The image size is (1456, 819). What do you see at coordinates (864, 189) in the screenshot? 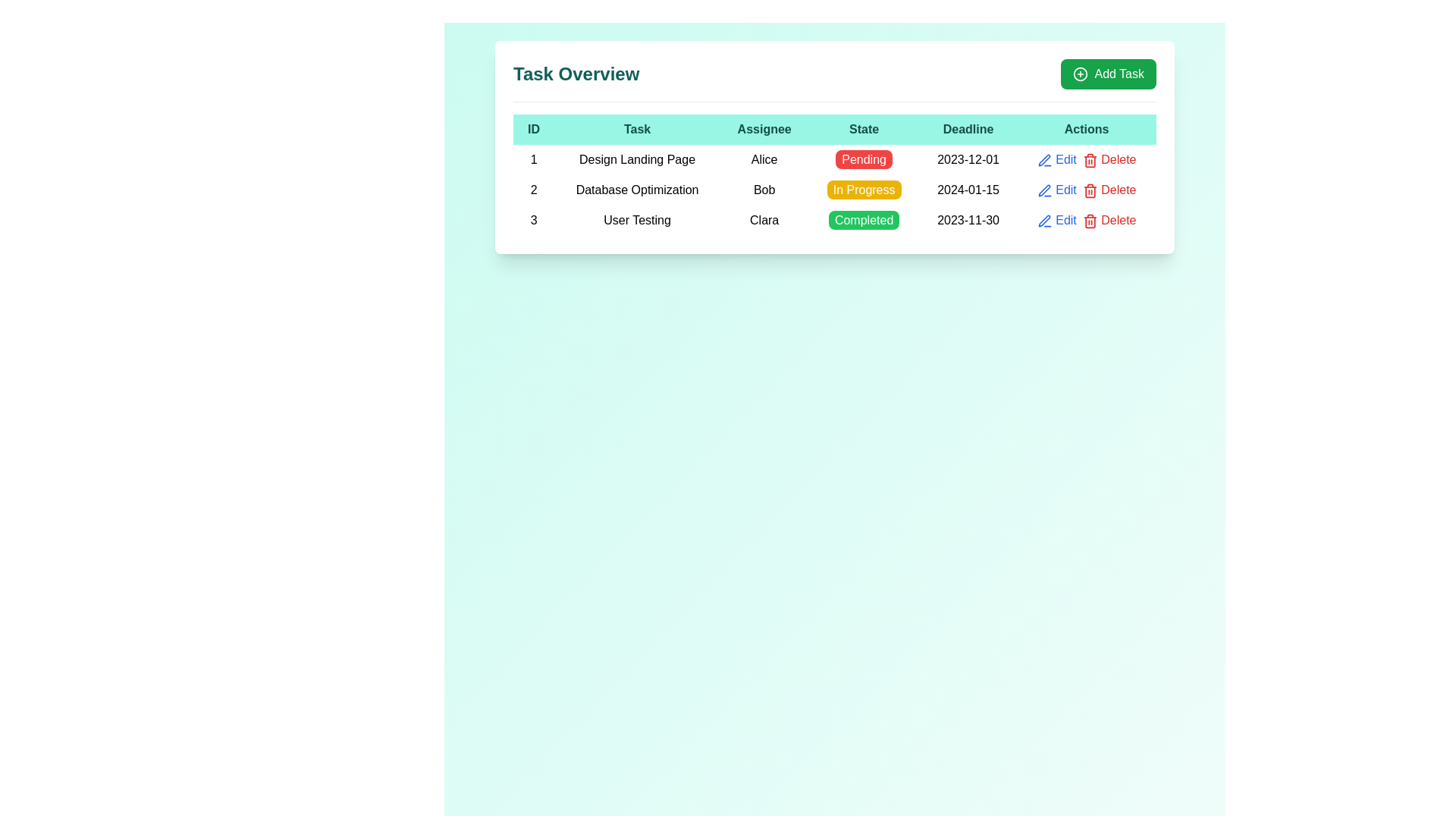
I see `the 'In Progress' Badge in the 'State' column of the 'Database Optimization' row to visually represent the task status` at bounding box center [864, 189].